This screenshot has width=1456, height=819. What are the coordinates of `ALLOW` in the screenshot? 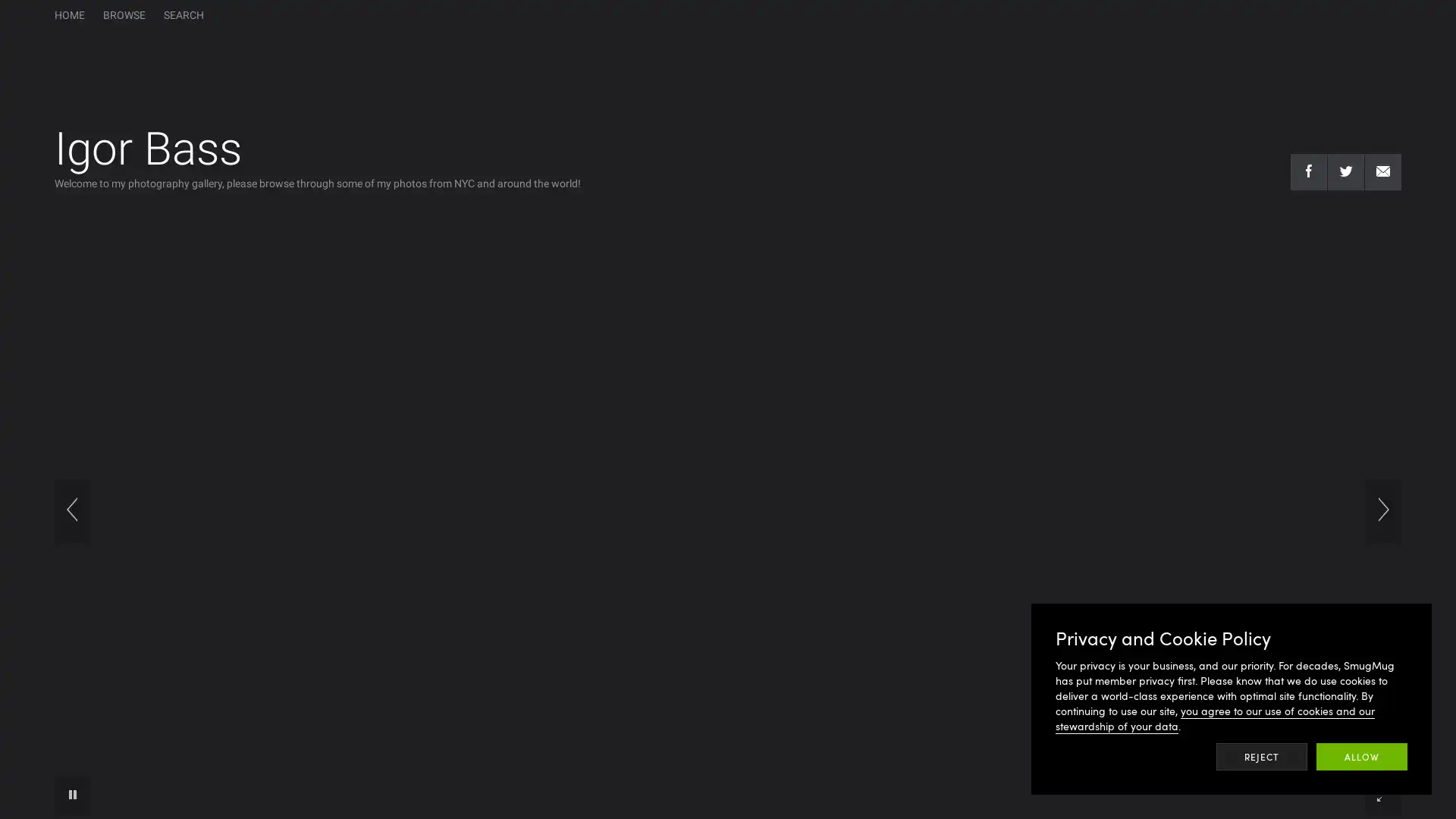 It's located at (1361, 757).